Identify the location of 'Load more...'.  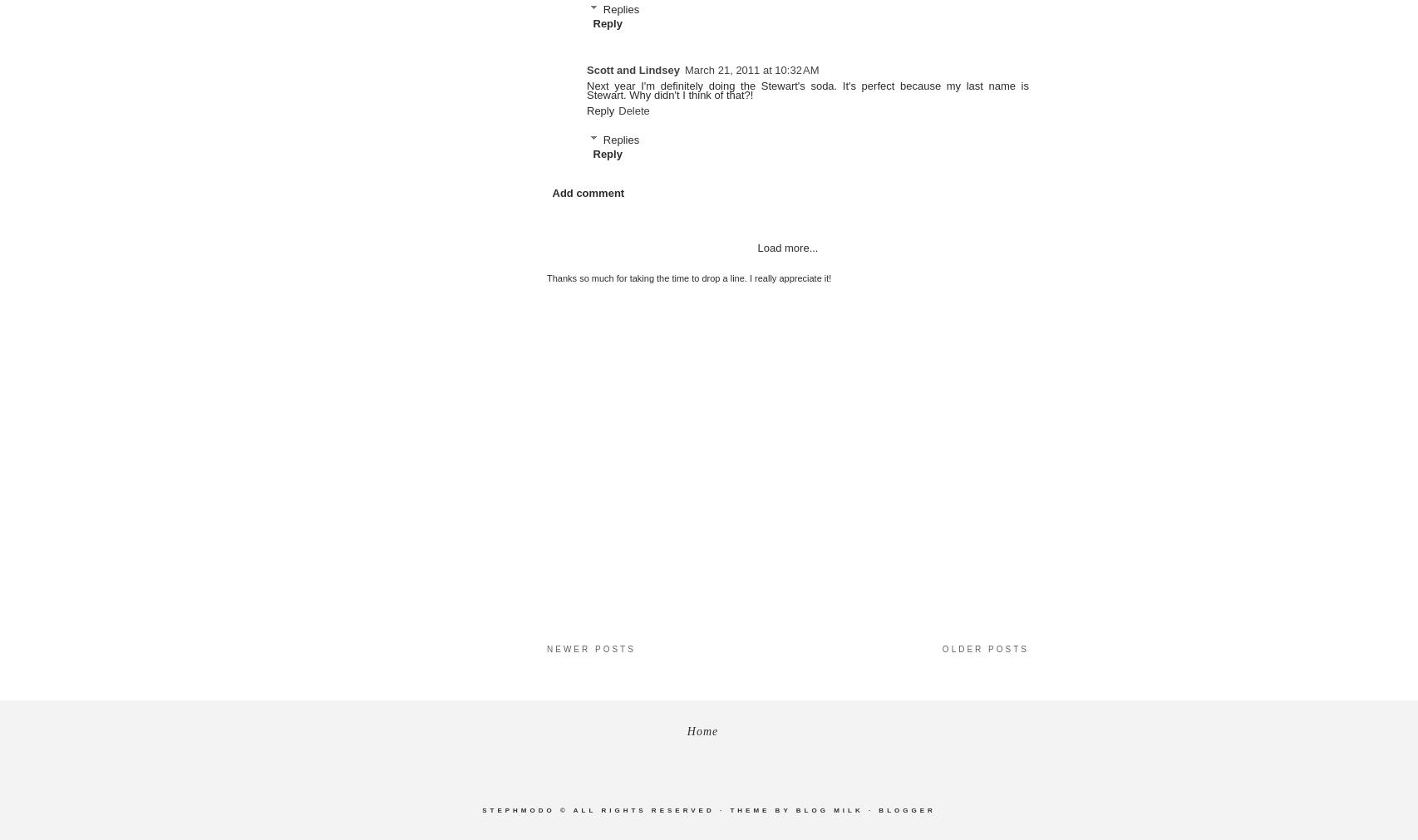
(757, 248).